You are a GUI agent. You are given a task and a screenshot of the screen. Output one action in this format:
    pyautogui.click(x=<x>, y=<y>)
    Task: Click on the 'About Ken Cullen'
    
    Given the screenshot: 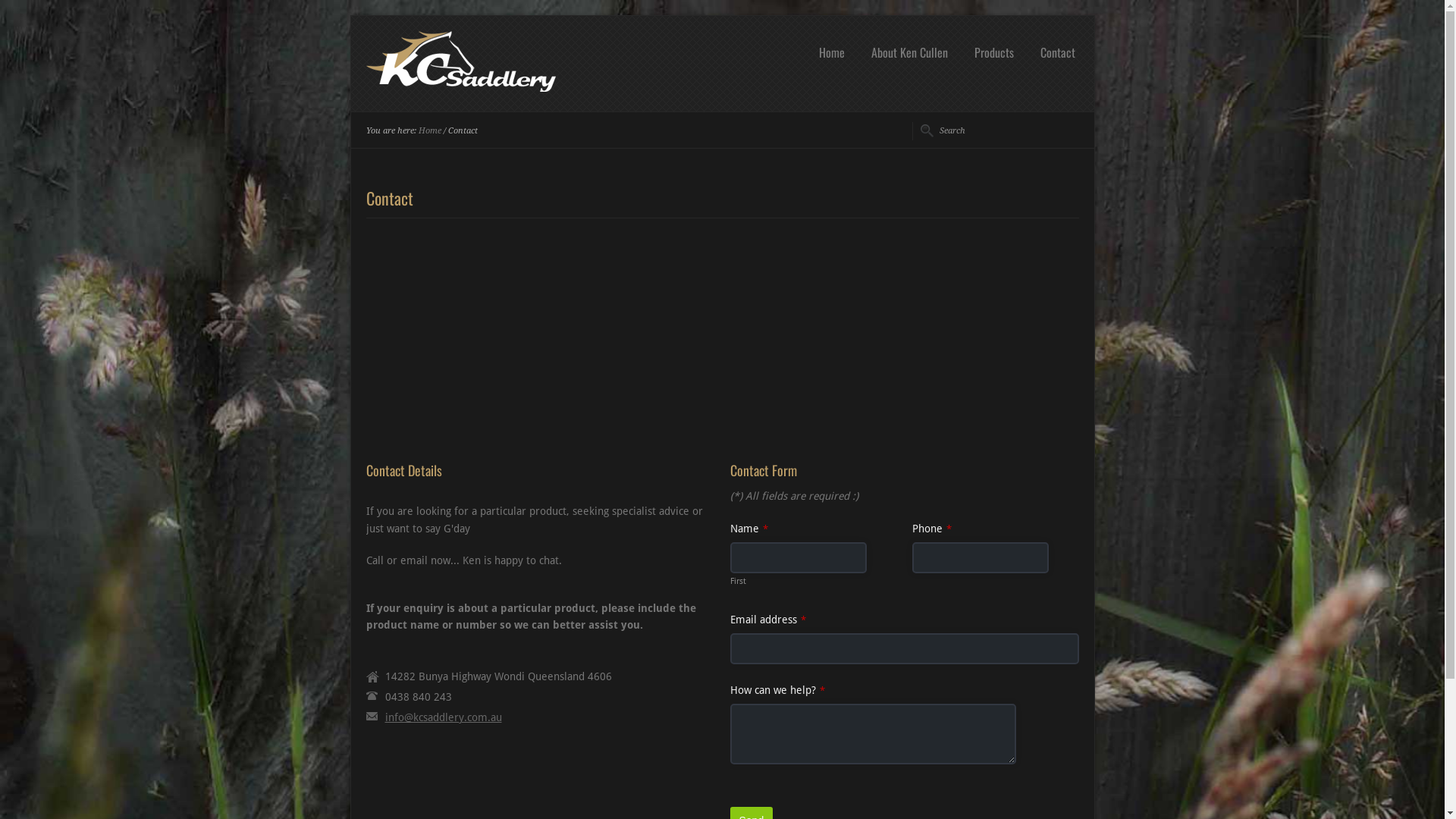 What is the action you would take?
    pyautogui.click(x=909, y=52)
    